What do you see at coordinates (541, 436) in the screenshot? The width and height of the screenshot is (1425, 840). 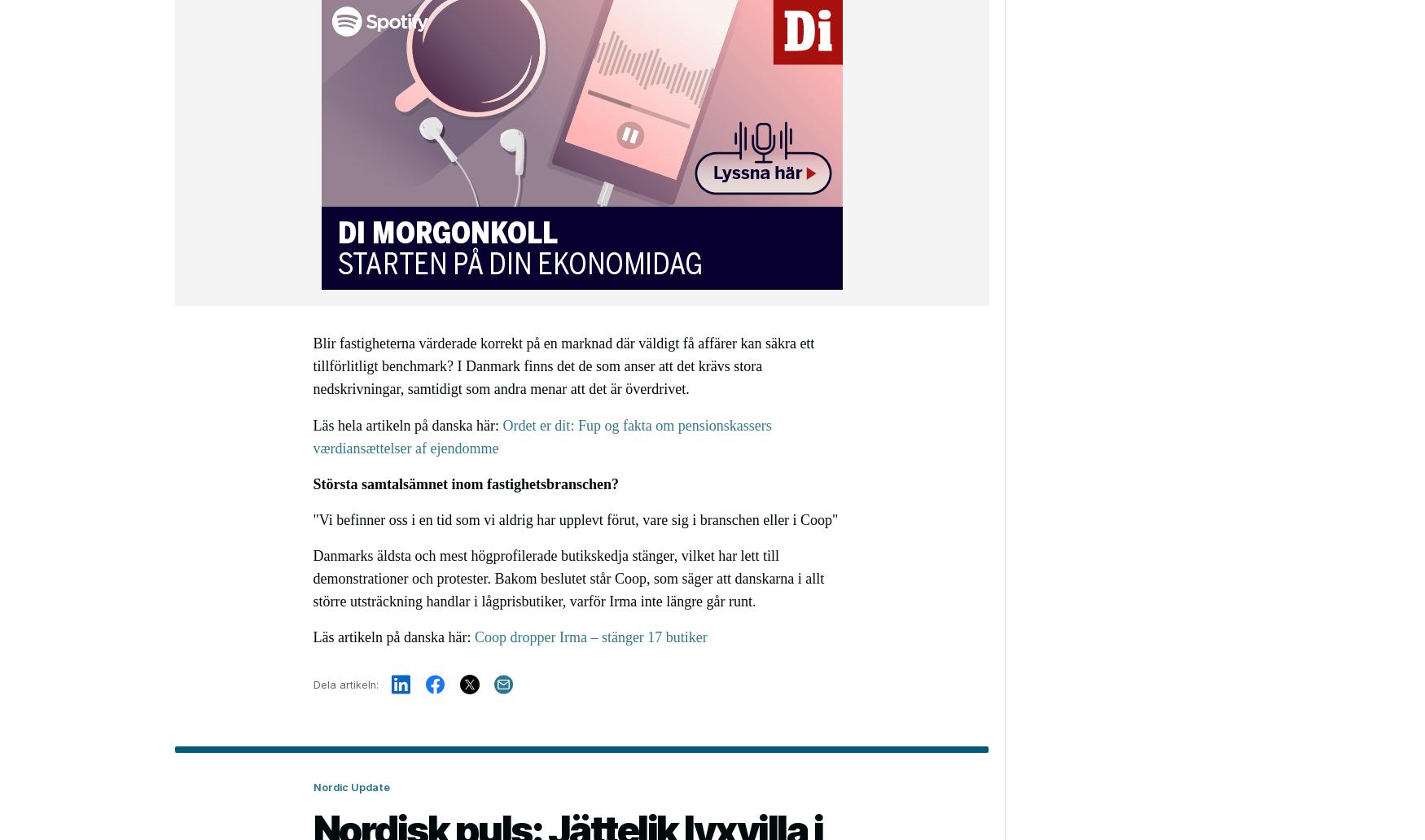 I see `'Ordet er dit: Fup og fakta om pensionskassers værdiansættelser af ejendomme'` at bounding box center [541, 436].